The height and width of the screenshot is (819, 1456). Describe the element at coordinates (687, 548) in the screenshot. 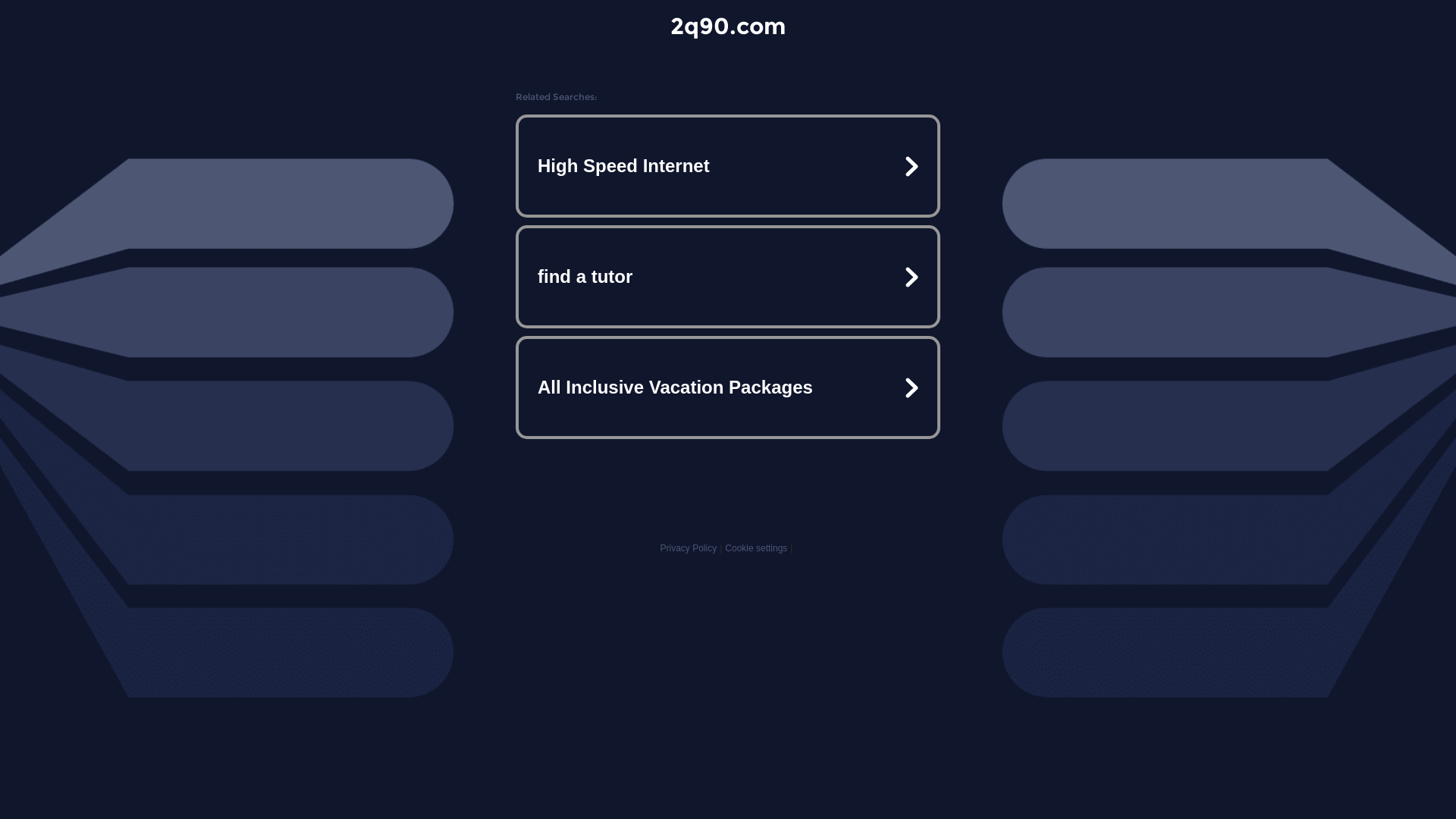

I see `'Privacy Policy'` at that location.